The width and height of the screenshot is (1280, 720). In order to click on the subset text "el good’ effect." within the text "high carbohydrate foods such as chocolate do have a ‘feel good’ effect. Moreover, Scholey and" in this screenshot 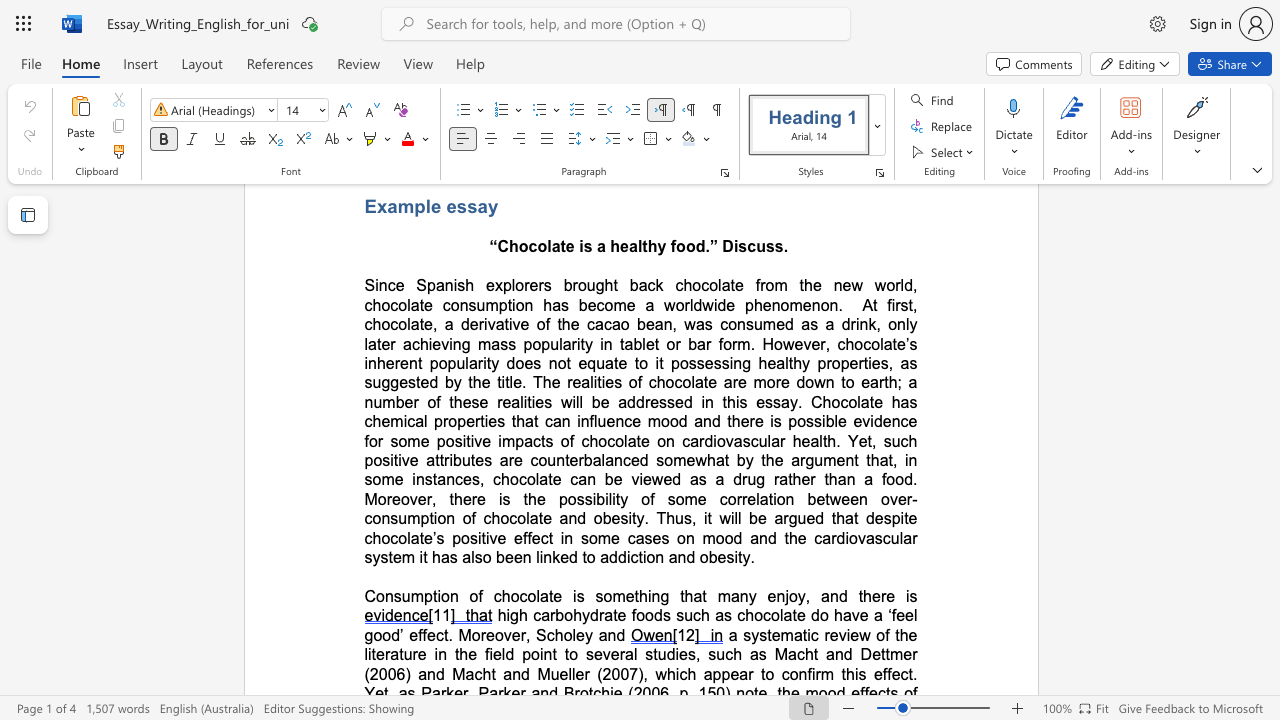, I will do `click(904, 614)`.